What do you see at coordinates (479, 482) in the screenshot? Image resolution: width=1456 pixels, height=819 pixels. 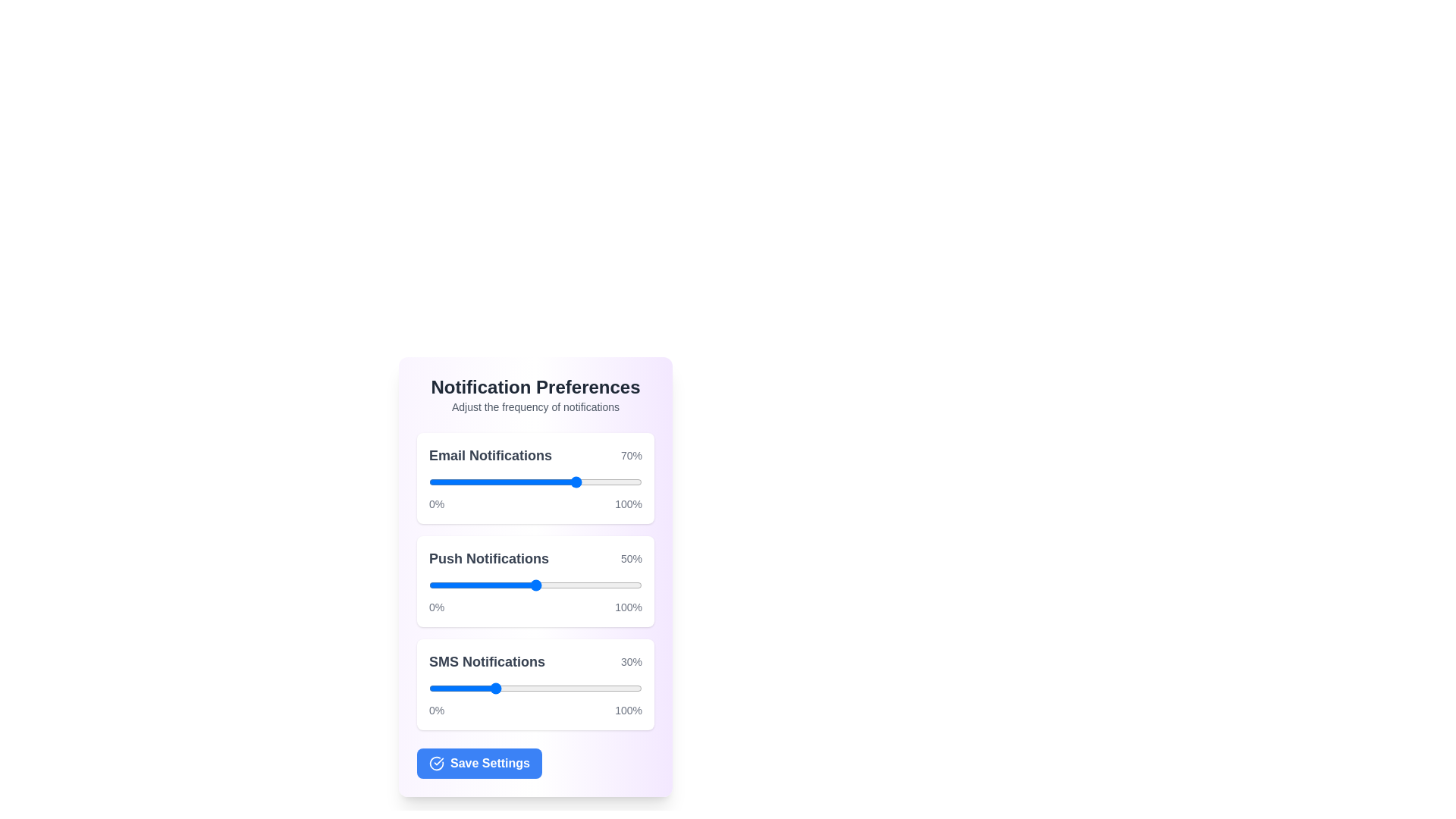 I see `the Email Notification slider` at bounding box center [479, 482].